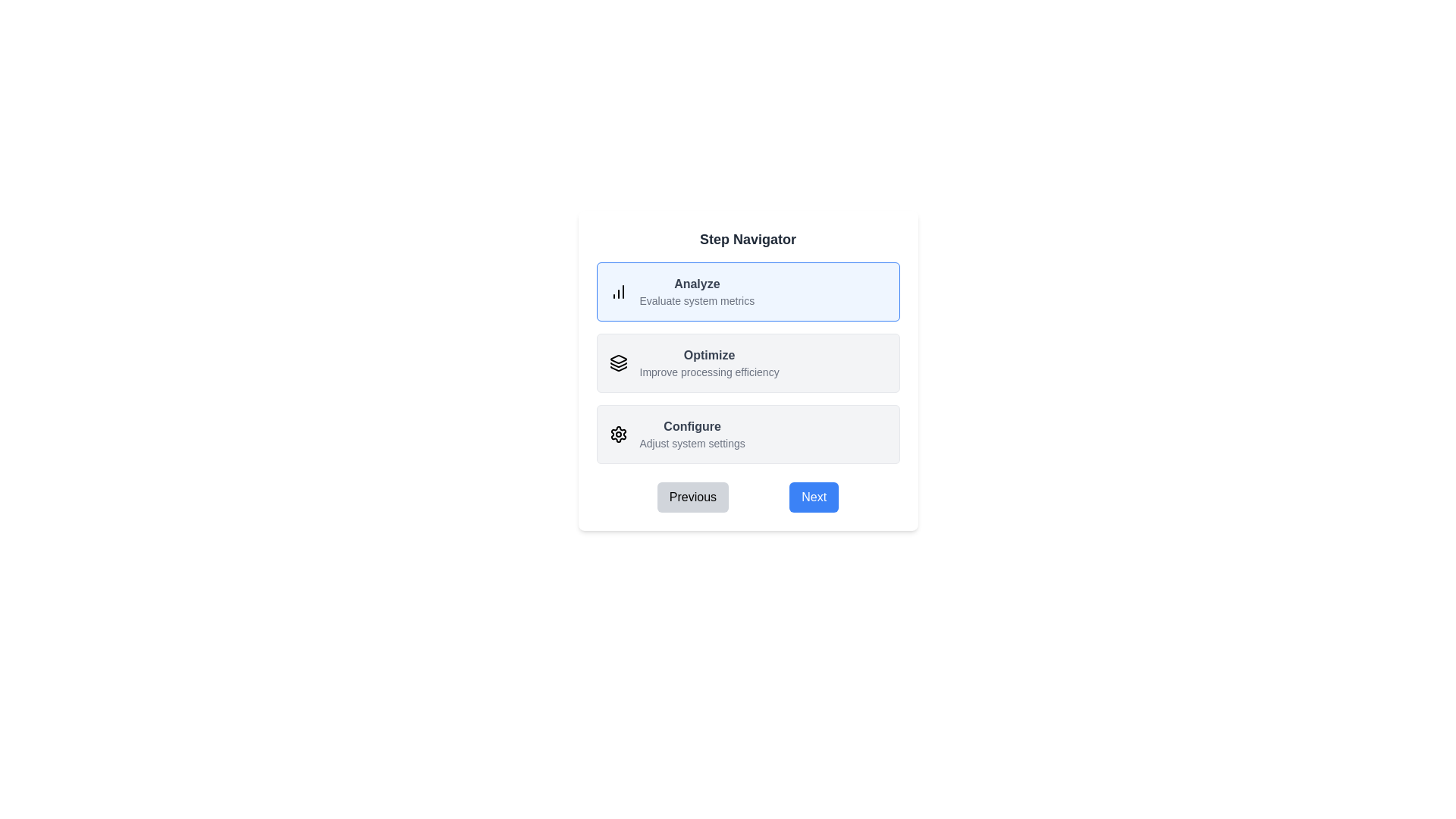 The height and width of the screenshot is (819, 1456). Describe the element at coordinates (618, 435) in the screenshot. I see `the gear-like icon located at the bottom of the 'Configure' button area` at that location.